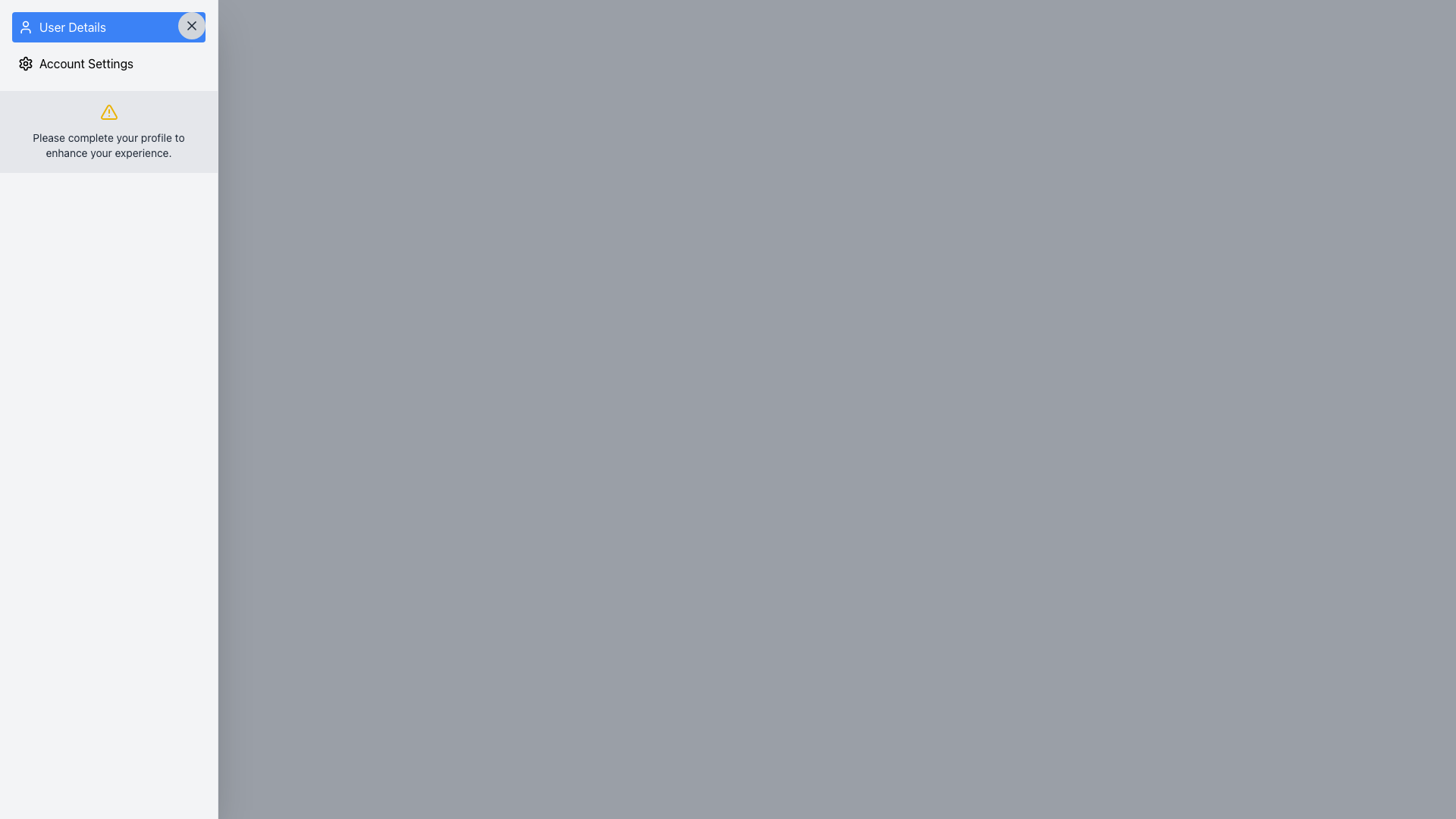 Image resolution: width=1456 pixels, height=819 pixels. Describe the element at coordinates (25, 27) in the screenshot. I see `the details or context of the user profile icon located in the header labeled 'User Details' at the top left corner of the interface` at that location.